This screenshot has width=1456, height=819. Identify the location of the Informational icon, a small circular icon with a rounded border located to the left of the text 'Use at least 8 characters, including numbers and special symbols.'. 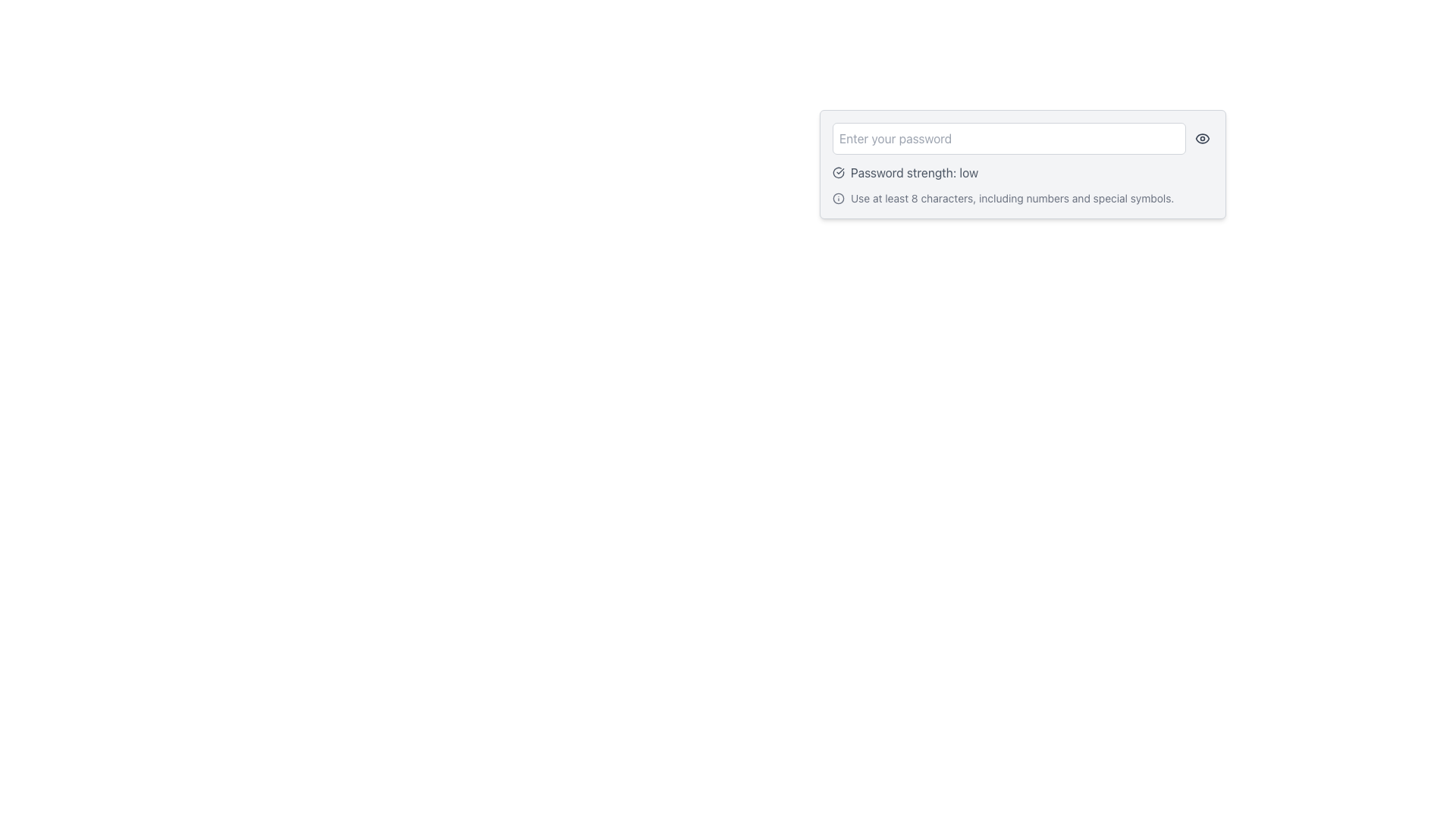
(837, 198).